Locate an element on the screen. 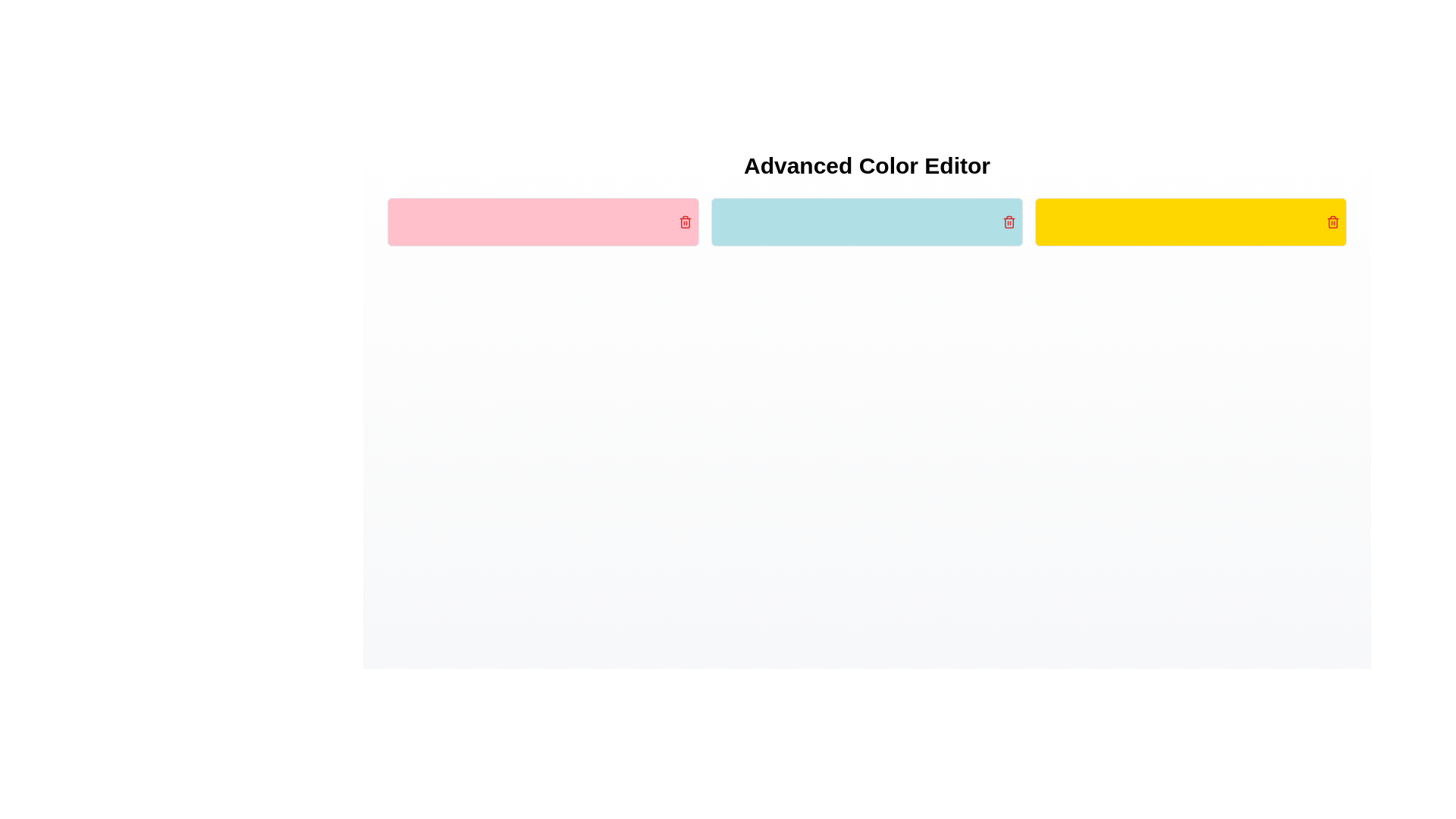 The width and height of the screenshot is (1456, 819). the trash bin icon button, which is located at the far right of the first light pink horizontal bar under the 'Advanced Color Editor' heading is located at coordinates (684, 222).